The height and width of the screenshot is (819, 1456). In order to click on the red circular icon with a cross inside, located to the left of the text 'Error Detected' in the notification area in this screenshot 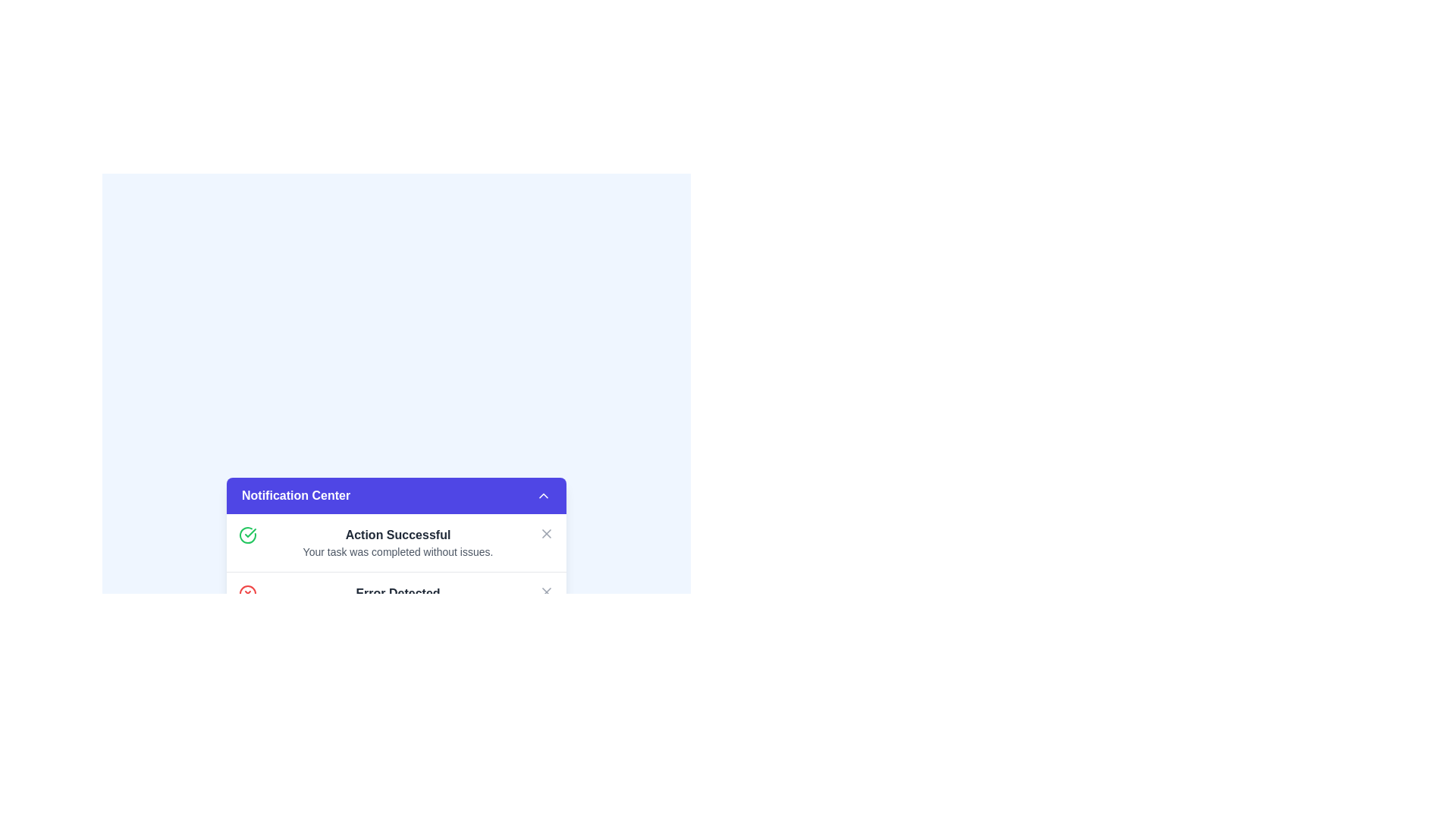, I will do `click(247, 593)`.